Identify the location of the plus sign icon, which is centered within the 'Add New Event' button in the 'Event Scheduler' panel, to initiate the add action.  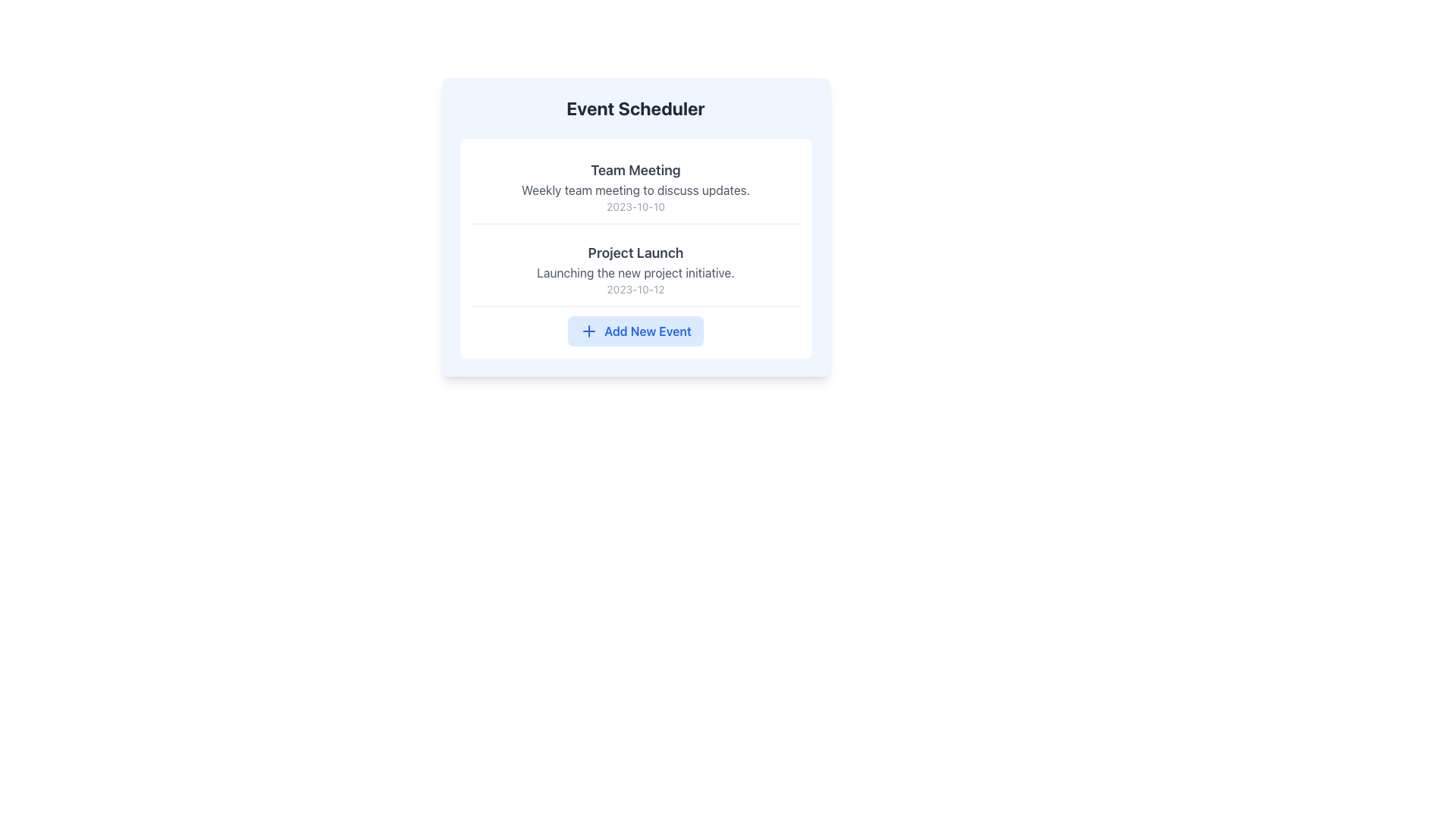
(588, 330).